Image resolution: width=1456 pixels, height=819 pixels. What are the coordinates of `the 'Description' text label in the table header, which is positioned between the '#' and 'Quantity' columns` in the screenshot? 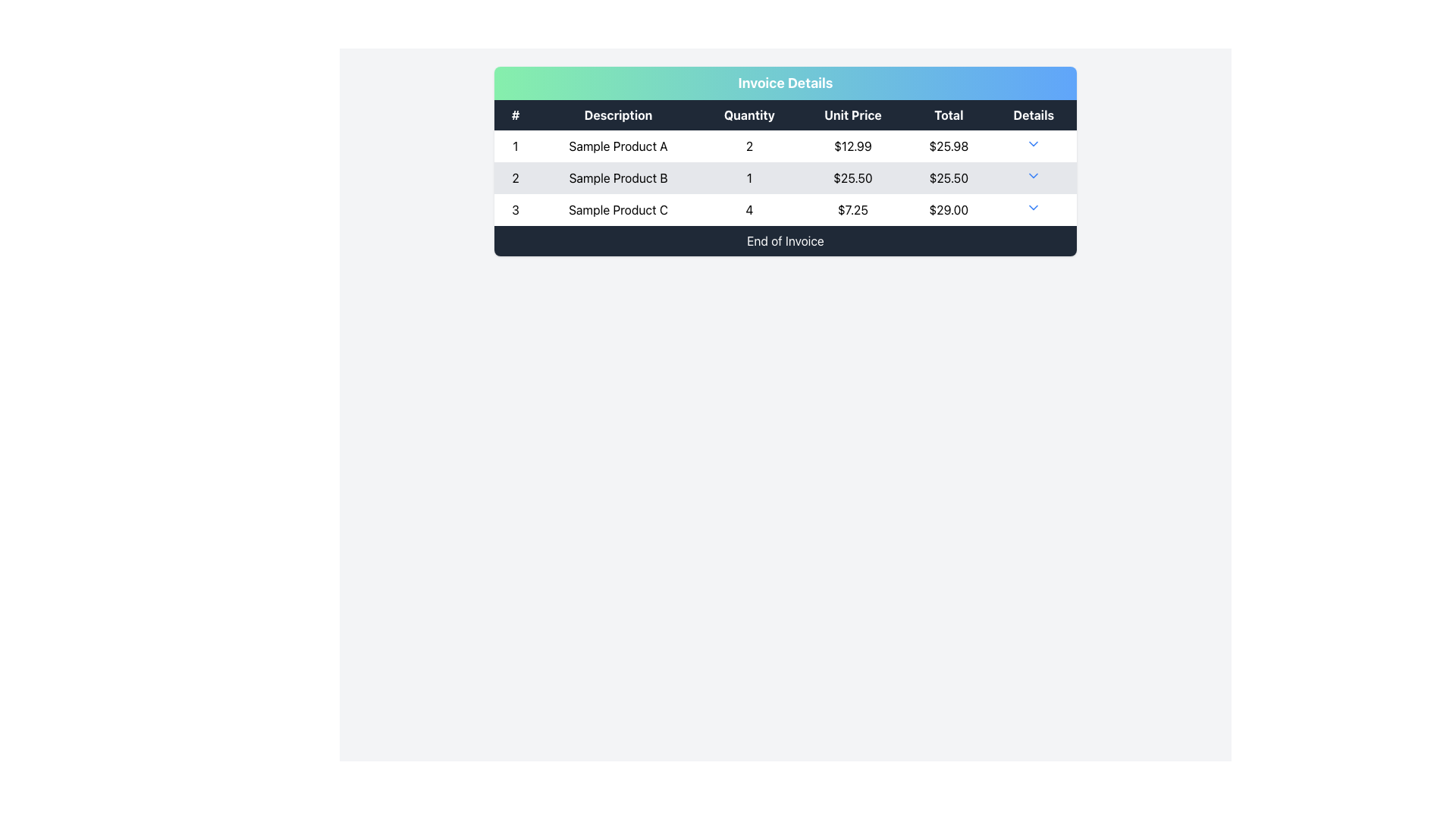 It's located at (618, 114).